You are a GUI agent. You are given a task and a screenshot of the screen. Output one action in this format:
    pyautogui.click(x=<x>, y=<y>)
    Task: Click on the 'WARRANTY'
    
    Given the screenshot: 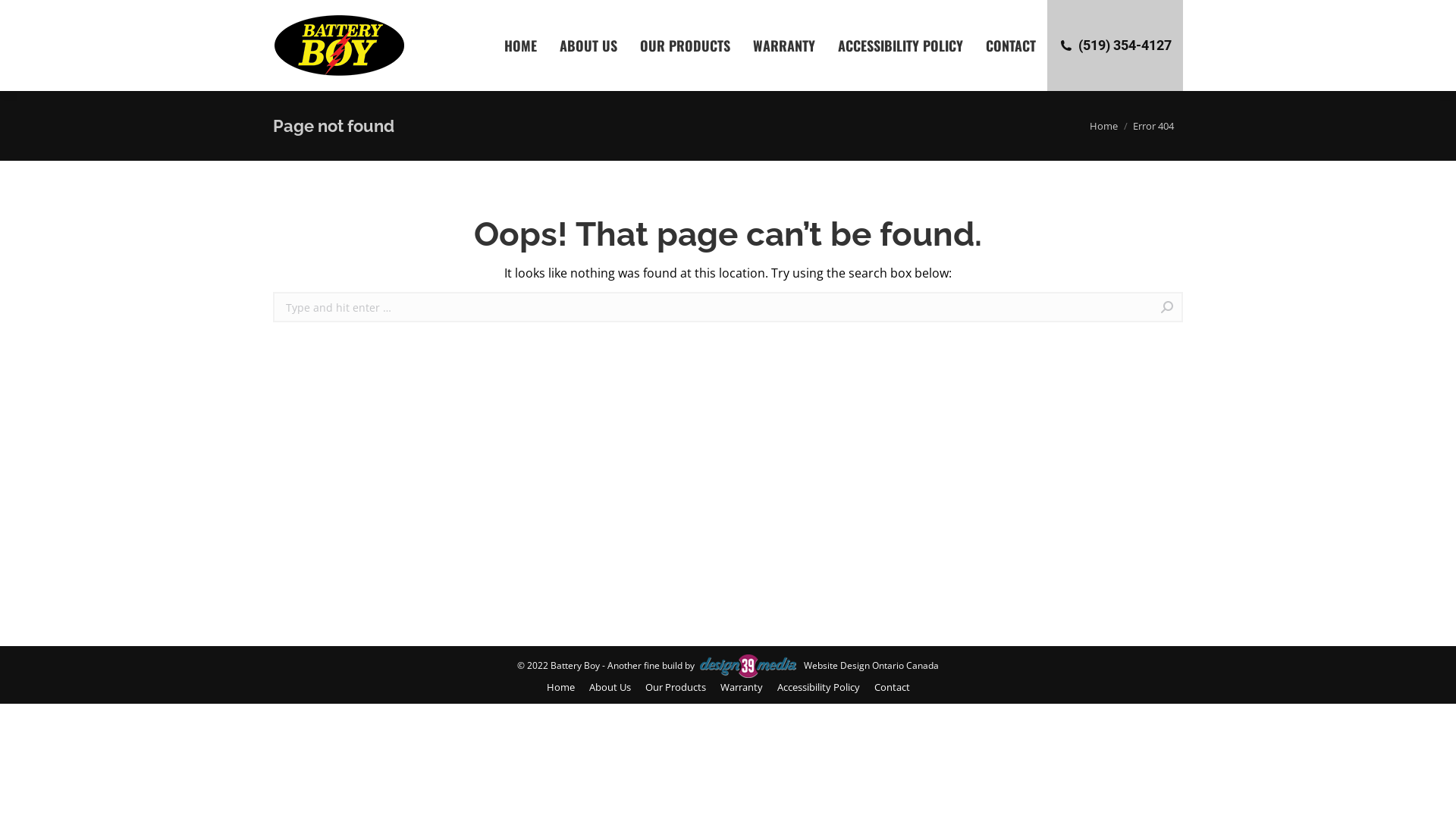 What is the action you would take?
    pyautogui.click(x=783, y=45)
    